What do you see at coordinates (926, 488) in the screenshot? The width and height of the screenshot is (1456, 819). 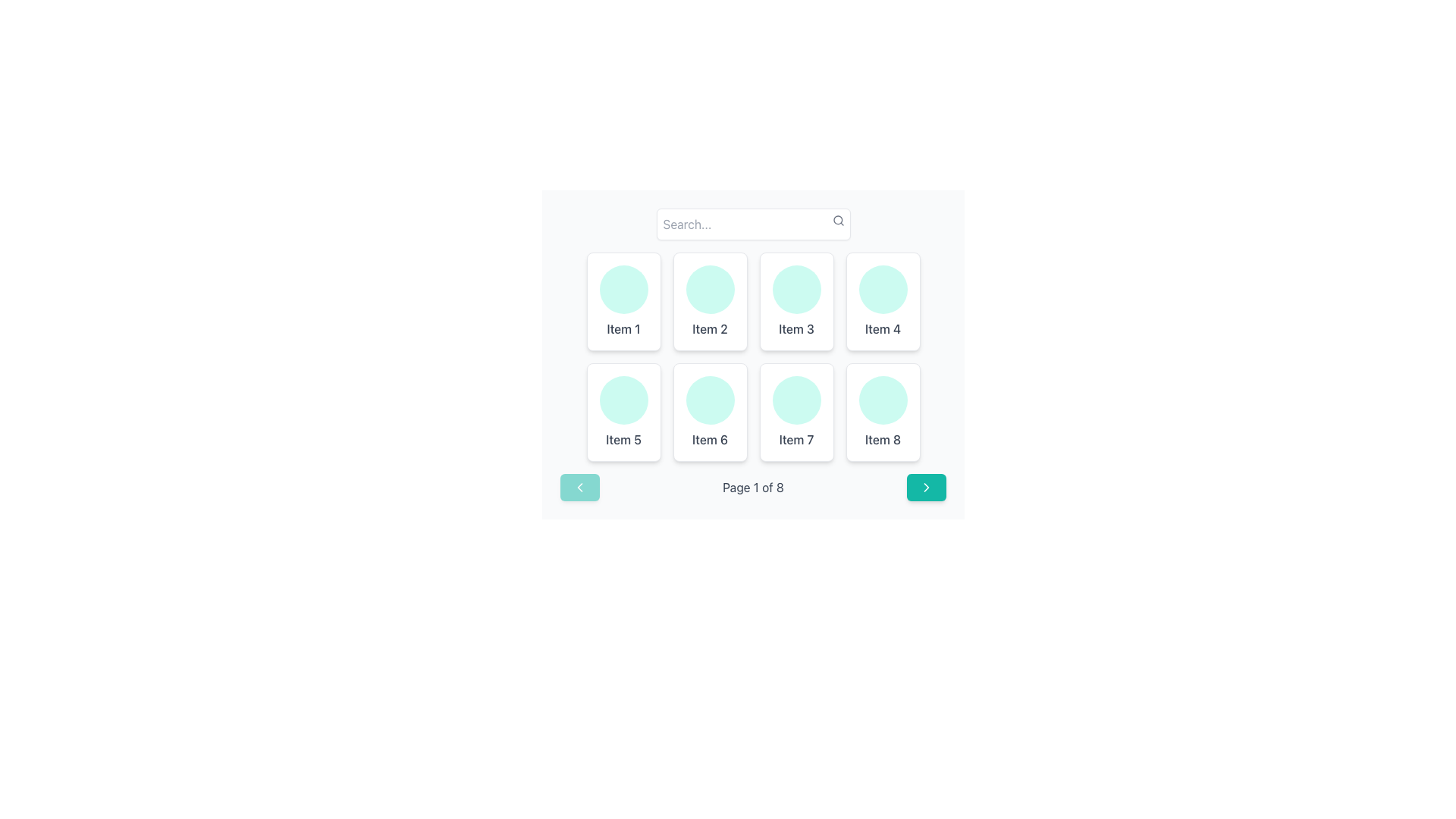 I see `the navigation button at the bottom right of the pagination controls` at bounding box center [926, 488].